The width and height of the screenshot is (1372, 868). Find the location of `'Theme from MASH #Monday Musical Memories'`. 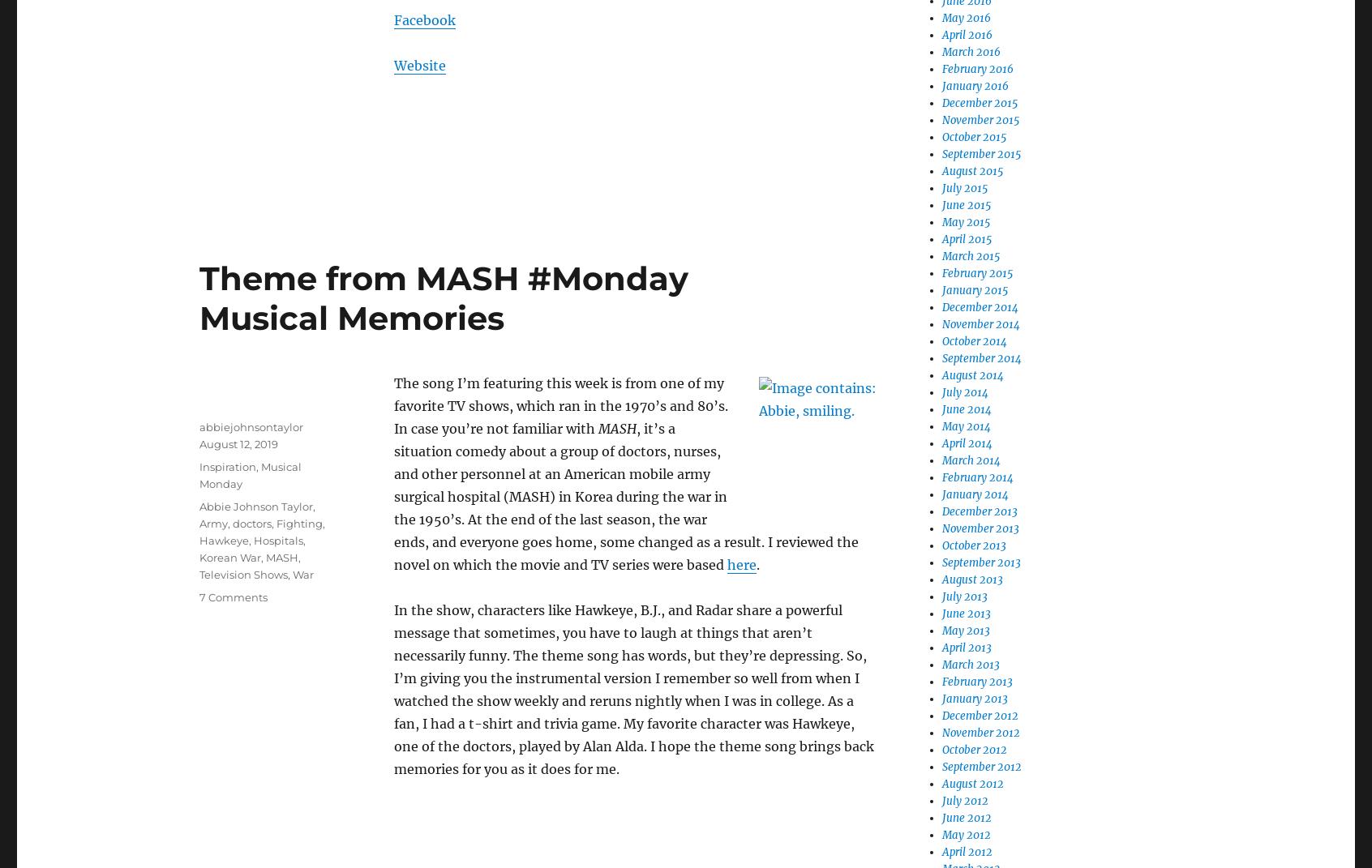

'Theme from MASH #Monday Musical Memories' is located at coordinates (444, 297).